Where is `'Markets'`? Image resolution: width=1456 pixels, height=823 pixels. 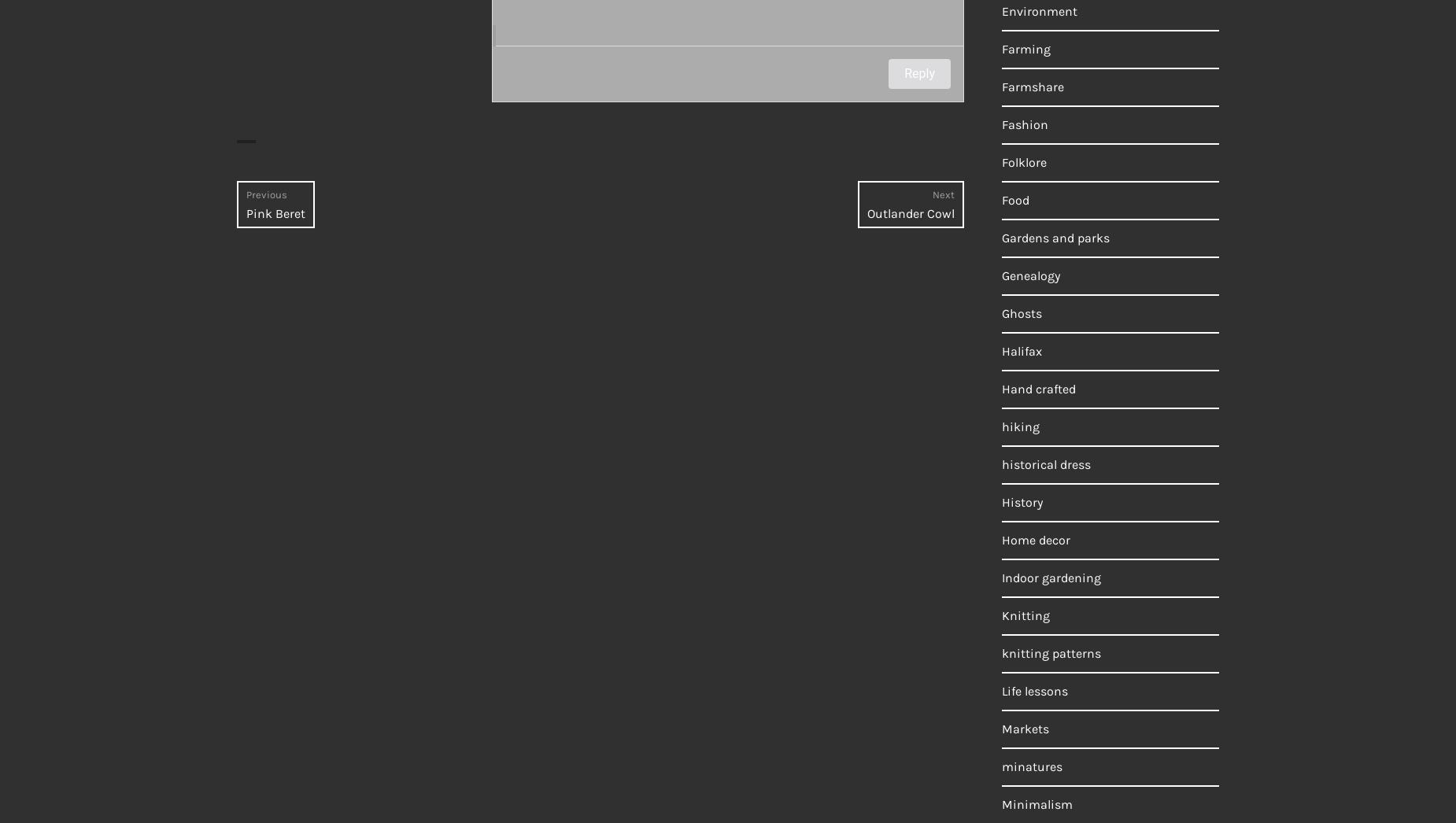
'Markets' is located at coordinates (1024, 729).